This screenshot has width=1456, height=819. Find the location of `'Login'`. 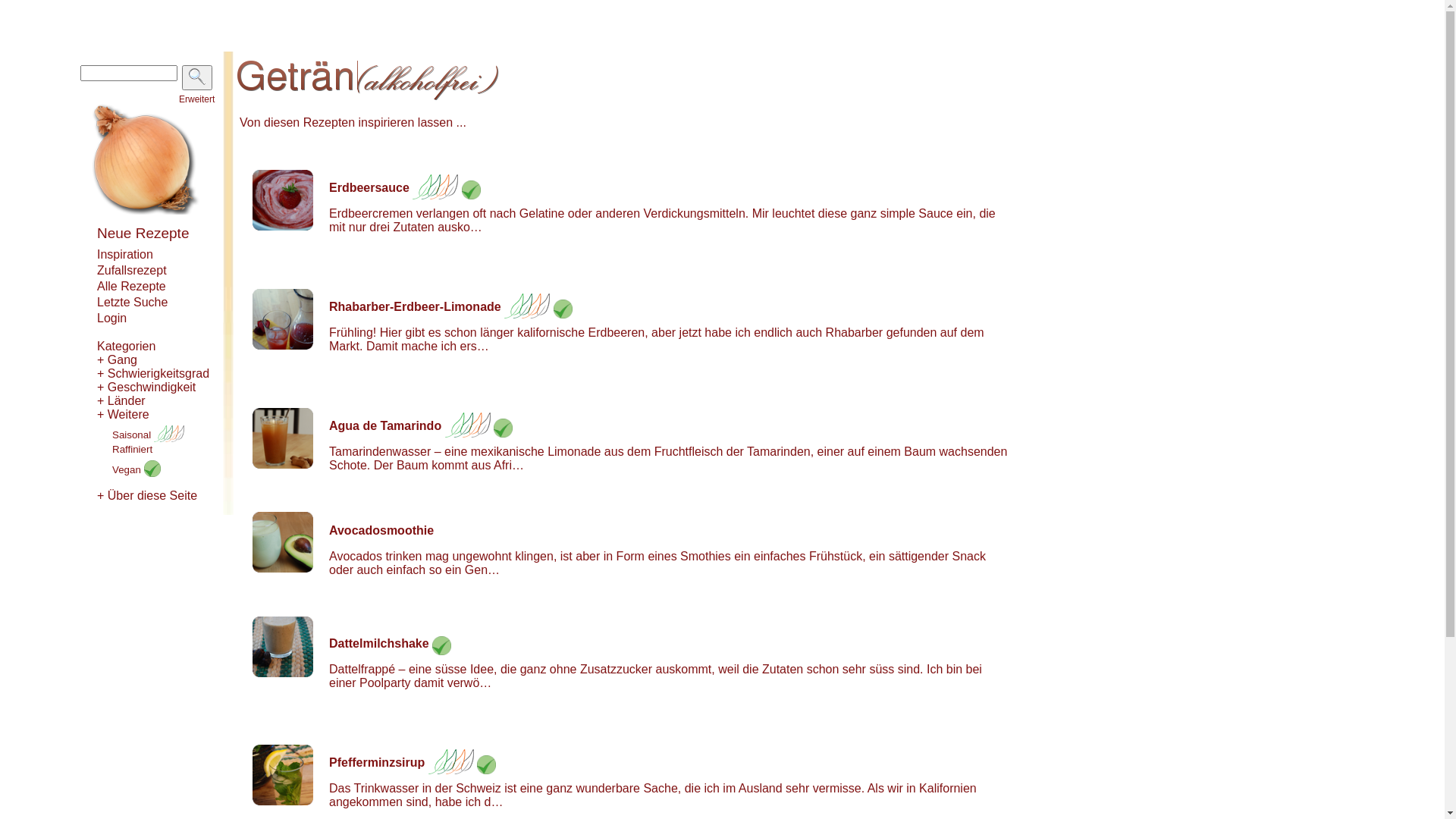

'Login' is located at coordinates (111, 317).